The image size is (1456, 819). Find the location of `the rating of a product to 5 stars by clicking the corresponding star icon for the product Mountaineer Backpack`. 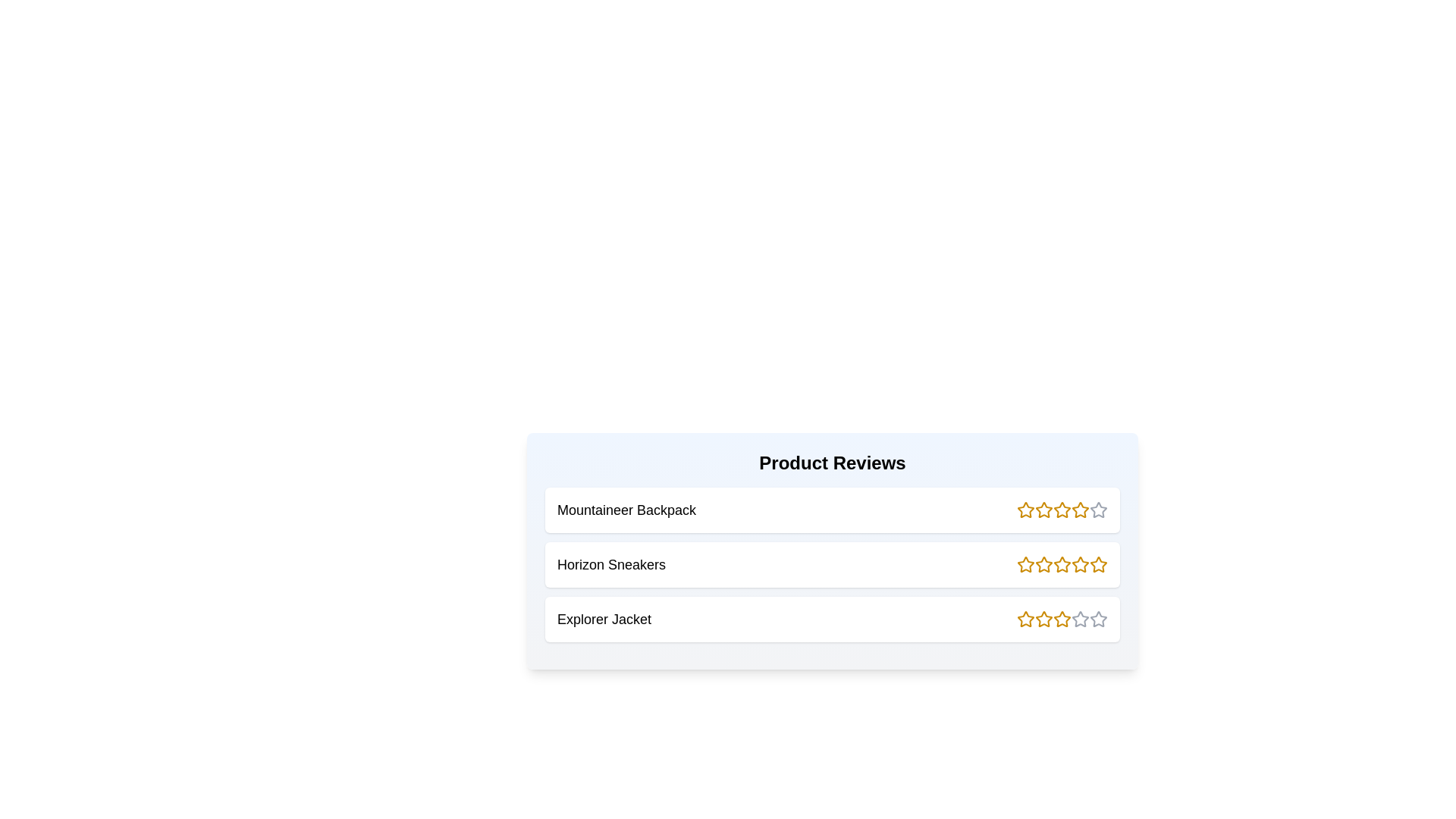

the rating of a product to 5 stars by clicking the corresponding star icon for the product Mountaineer Backpack is located at coordinates (1099, 510).